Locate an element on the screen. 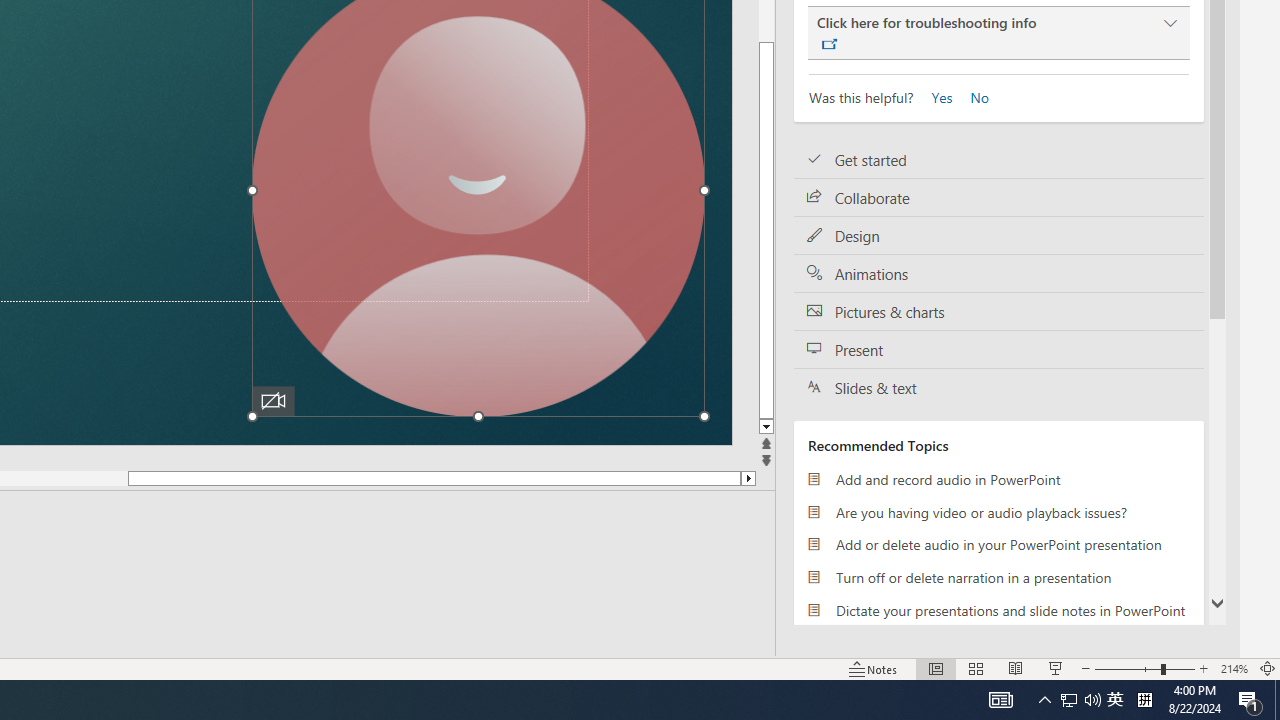  'Add and record audio in PowerPoint' is located at coordinates (999, 479).